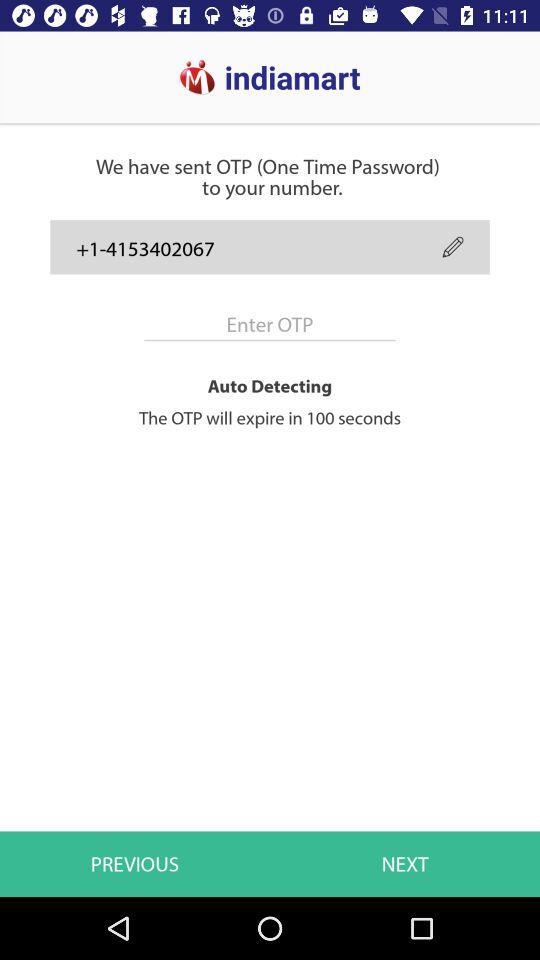  What do you see at coordinates (270, 324) in the screenshot?
I see `info` at bounding box center [270, 324].